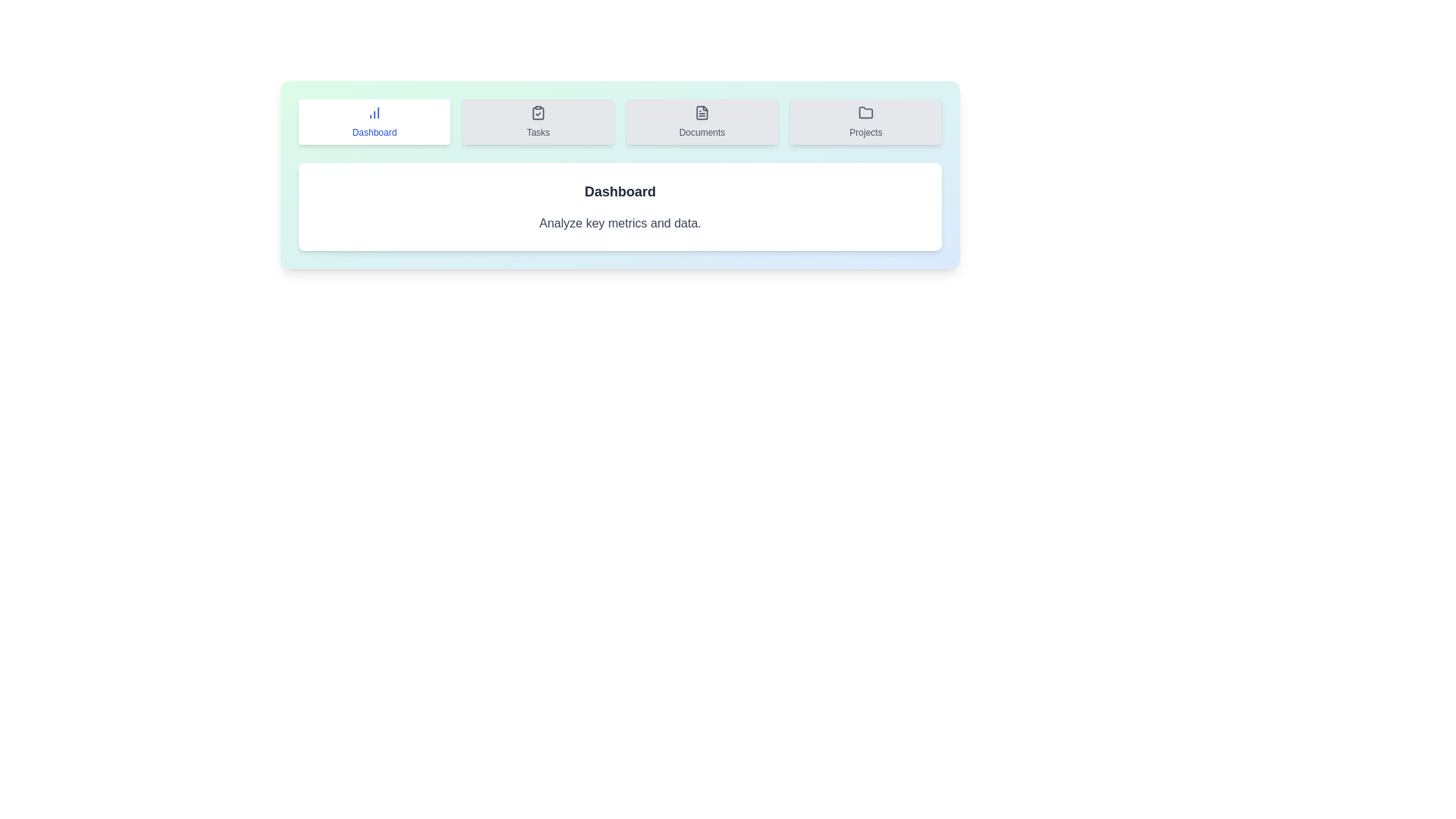 The image size is (1456, 819). What do you see at coordinates (866, 121) in the screenshot?
I see `the tab labeled Projects` at bounding box center [866, 121].